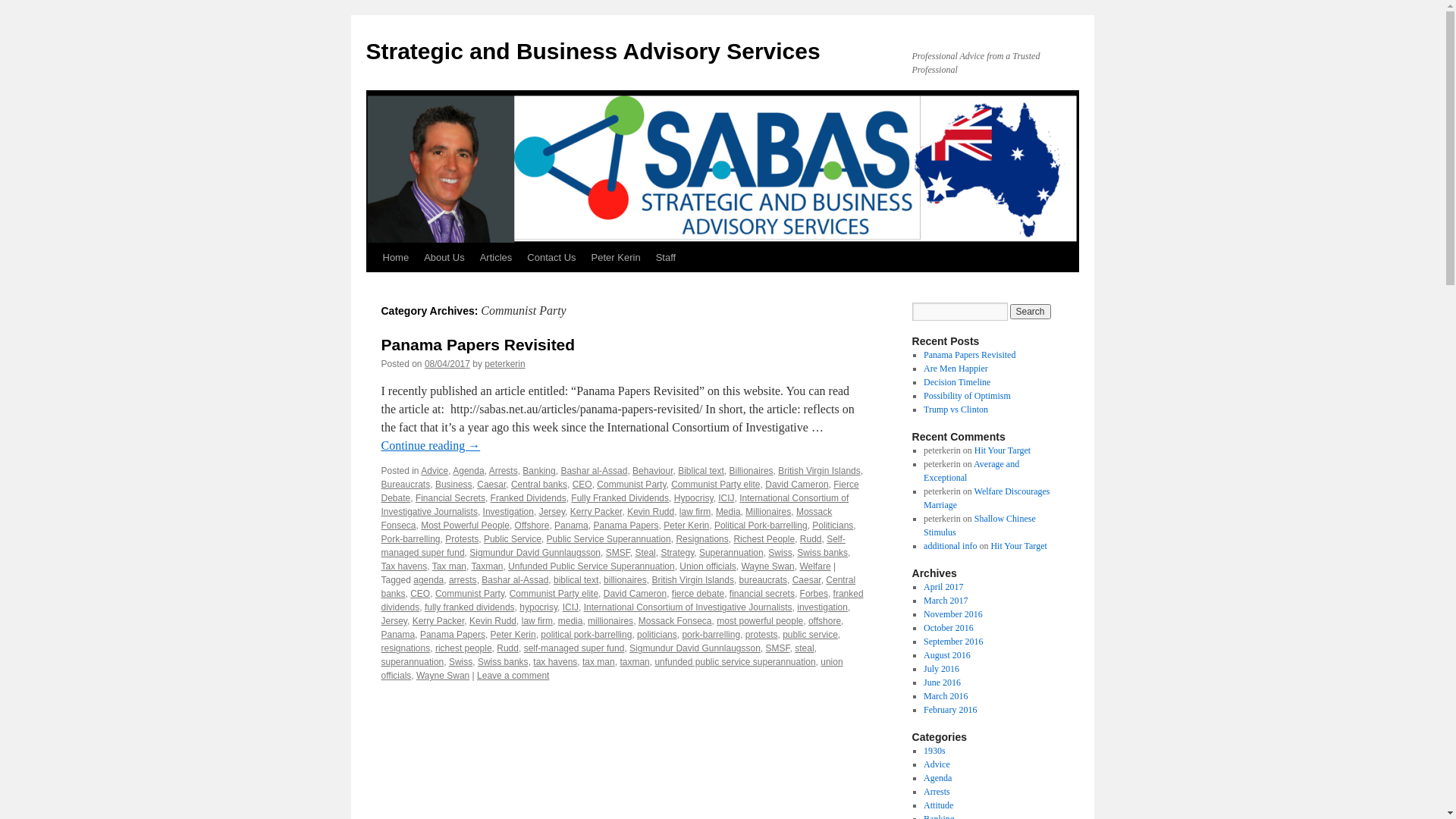 The width and height of the screenshot is (1456, 819). I want to click on 'Strategy', so click(660, 553).